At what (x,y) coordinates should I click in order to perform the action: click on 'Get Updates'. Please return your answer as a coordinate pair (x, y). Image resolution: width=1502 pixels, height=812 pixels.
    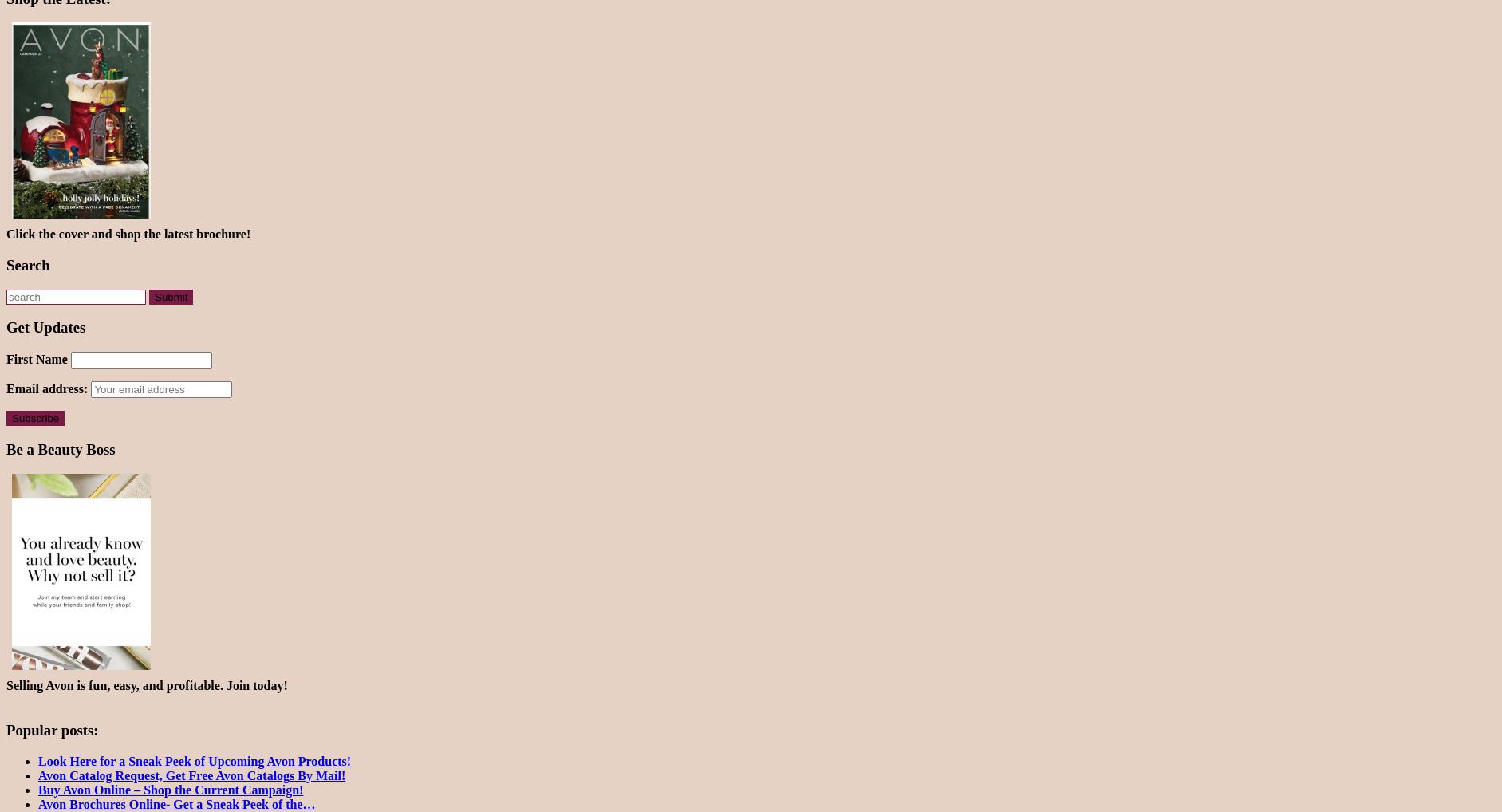
    Looking at the image, I should click on (45, 326).